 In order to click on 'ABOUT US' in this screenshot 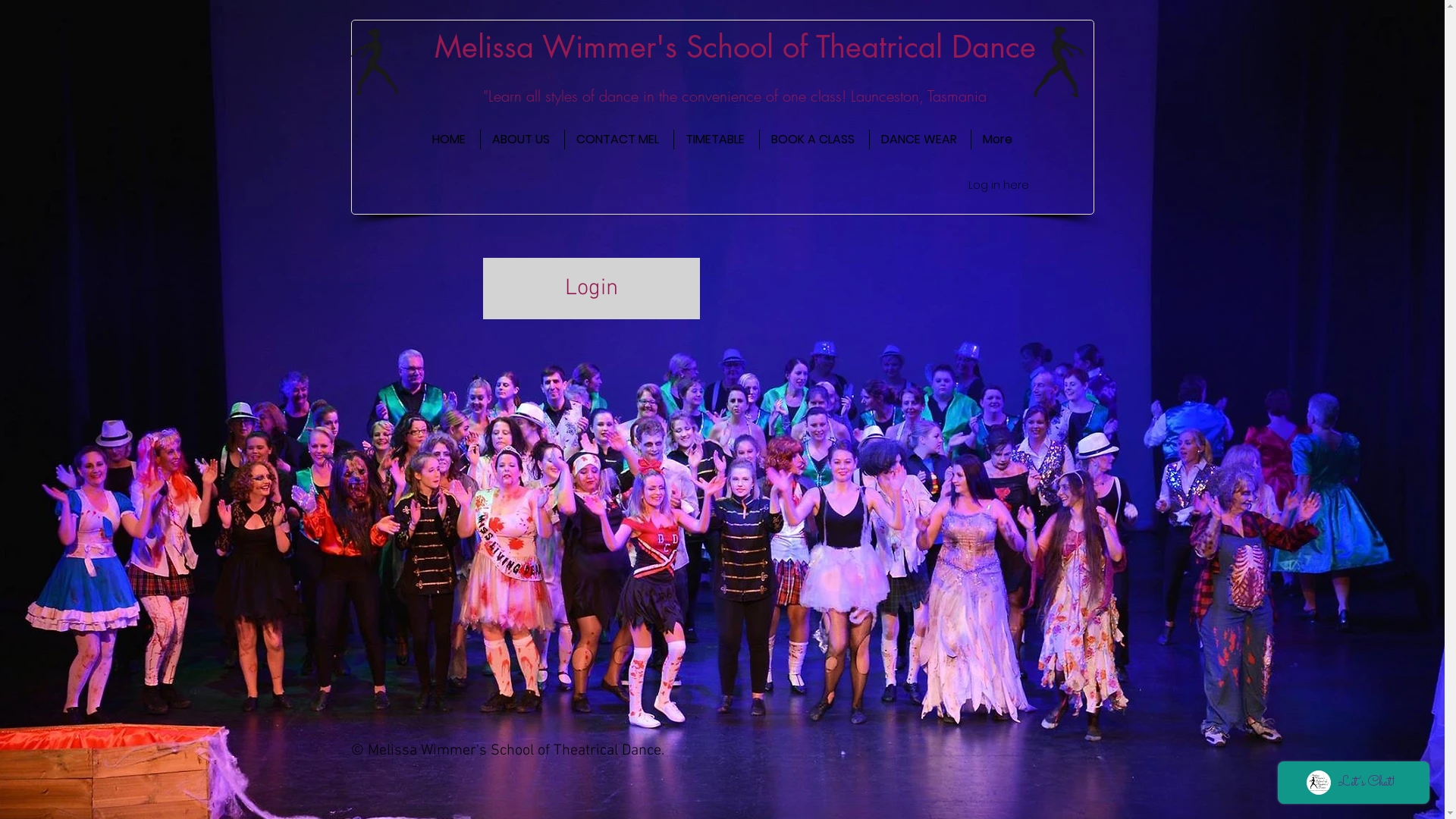, I will do `click(479, 140)`.